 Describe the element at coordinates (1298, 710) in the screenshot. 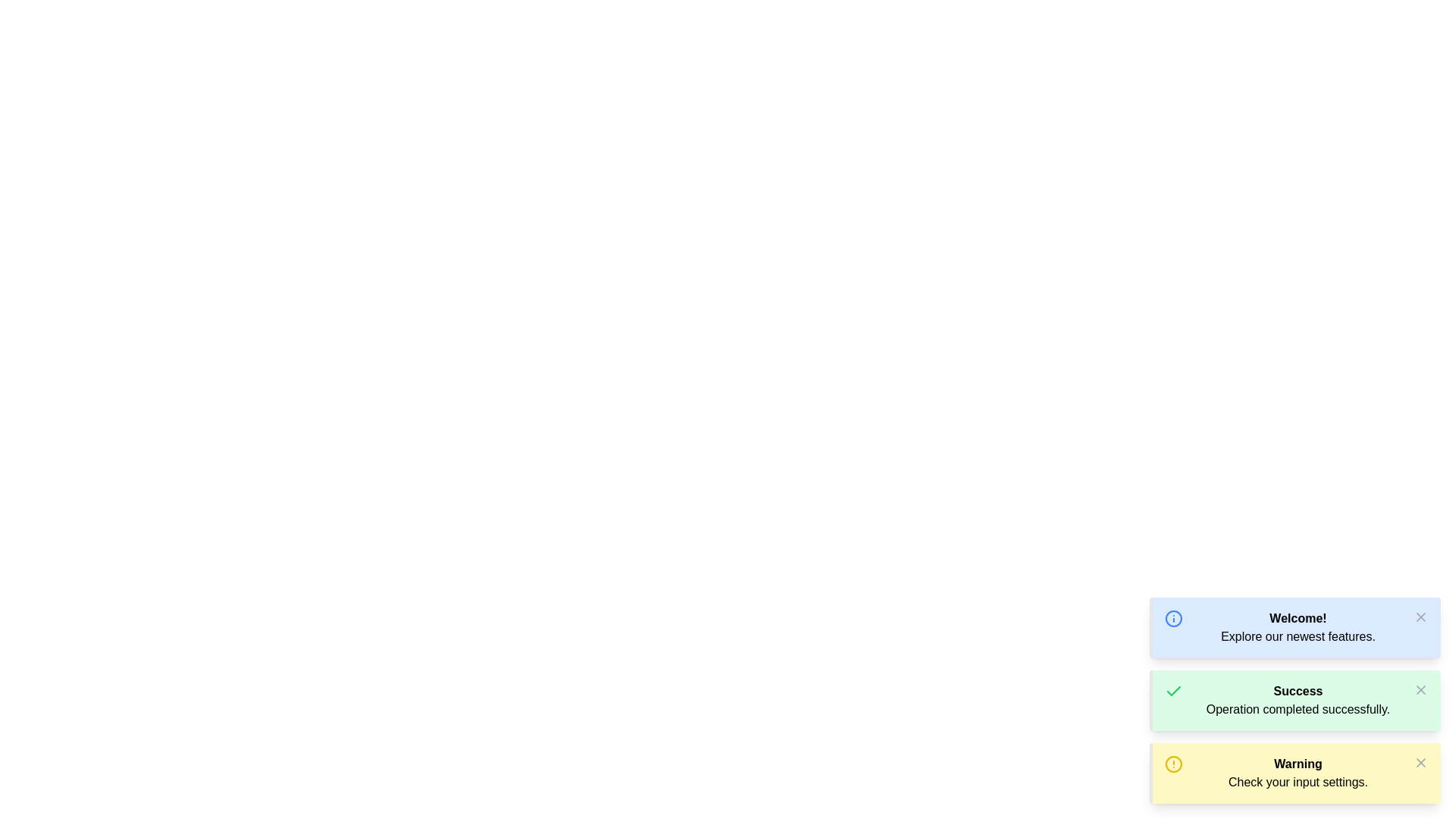

I see `the descriptive feedback label that indicates a completed action was successful, positioned below the bold 'Success' label` at that location.